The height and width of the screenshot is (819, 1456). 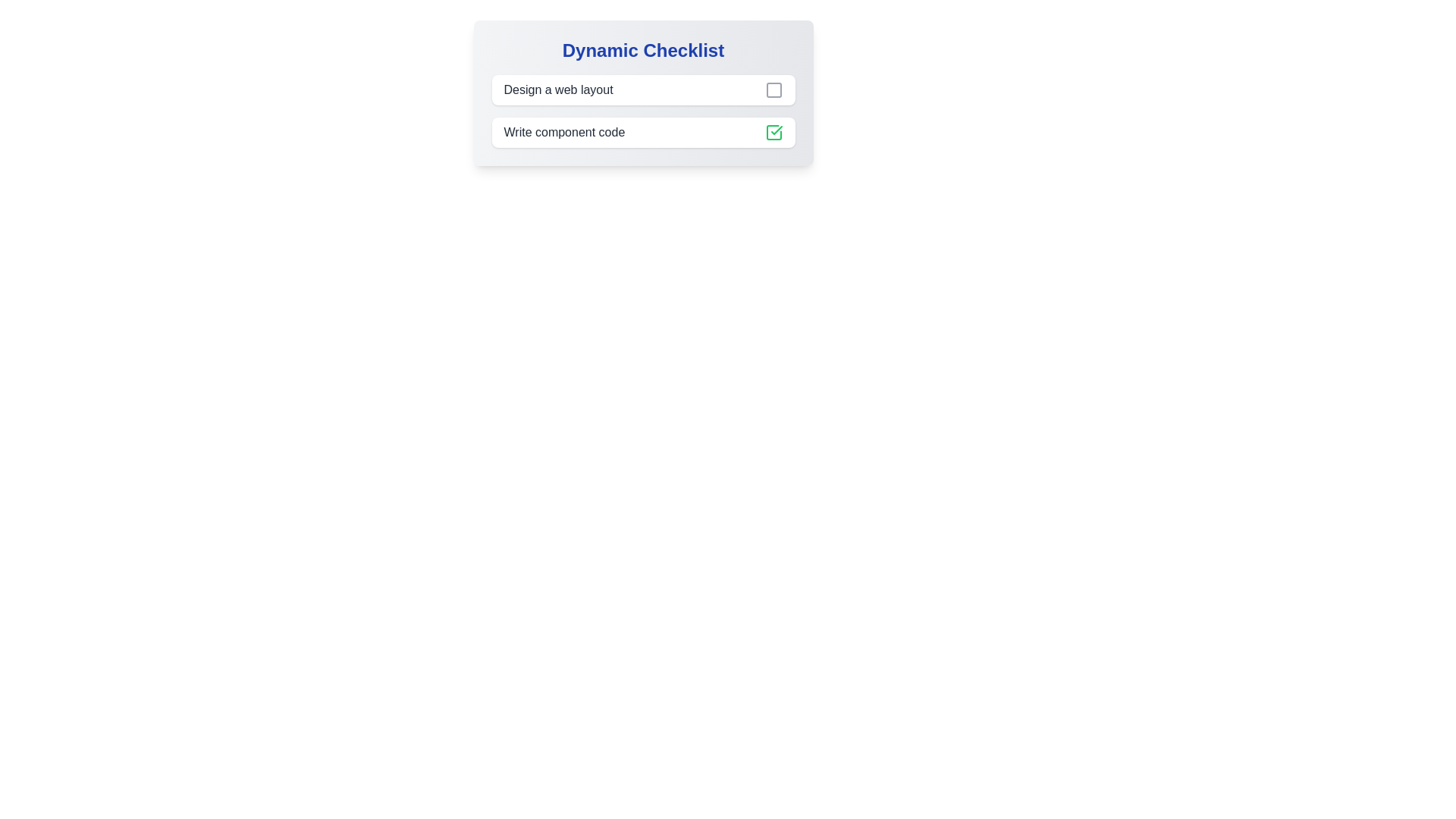 I want to click on the green outlined check mark inside a box located in the second task row titled 'Write component code' in the checklist, so click(x=776, y=130).